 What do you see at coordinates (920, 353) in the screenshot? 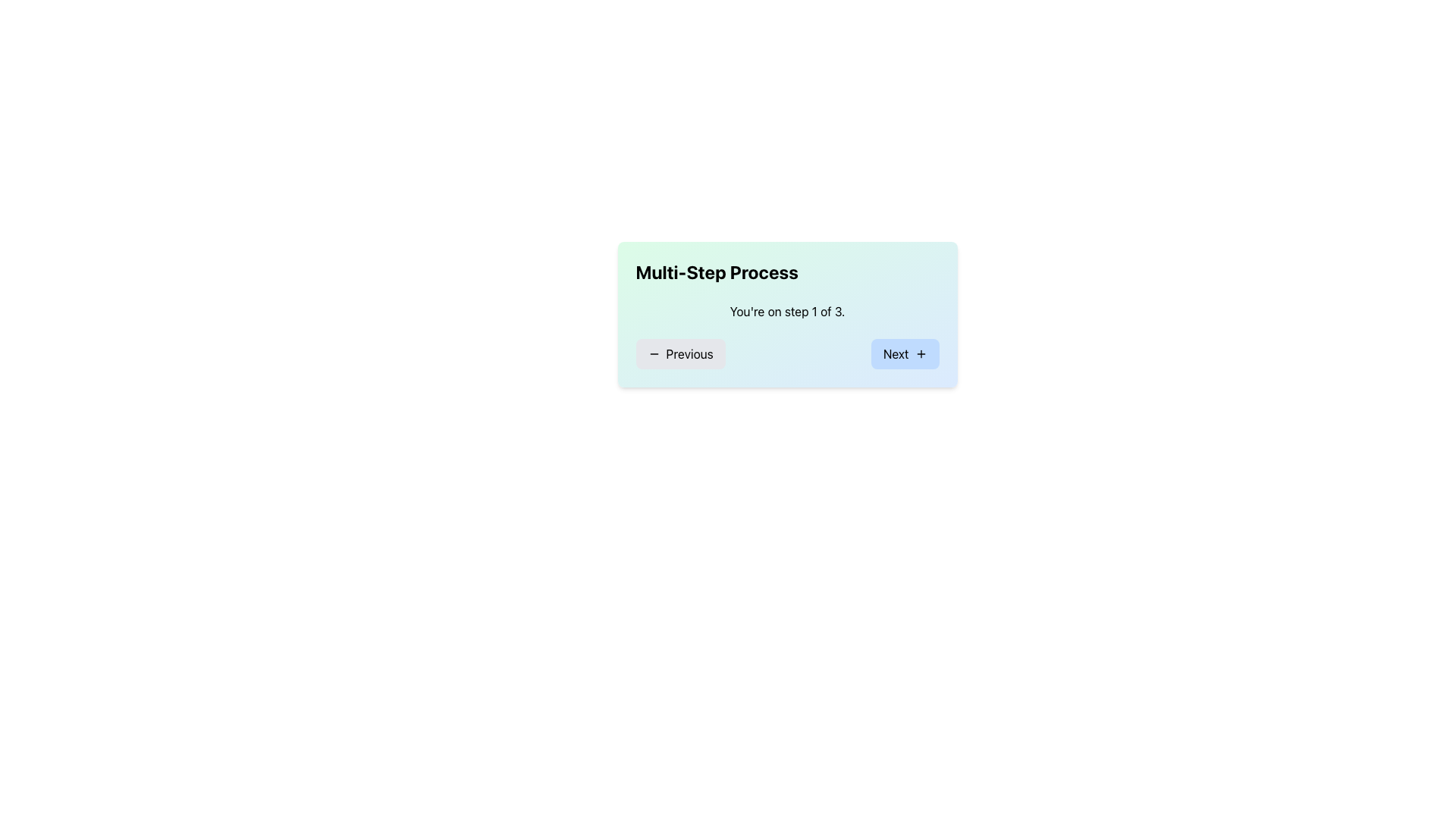
I see `the plus icon embedded in the button located at the bottom-right corner of the card` at bounding box center [920, 353].